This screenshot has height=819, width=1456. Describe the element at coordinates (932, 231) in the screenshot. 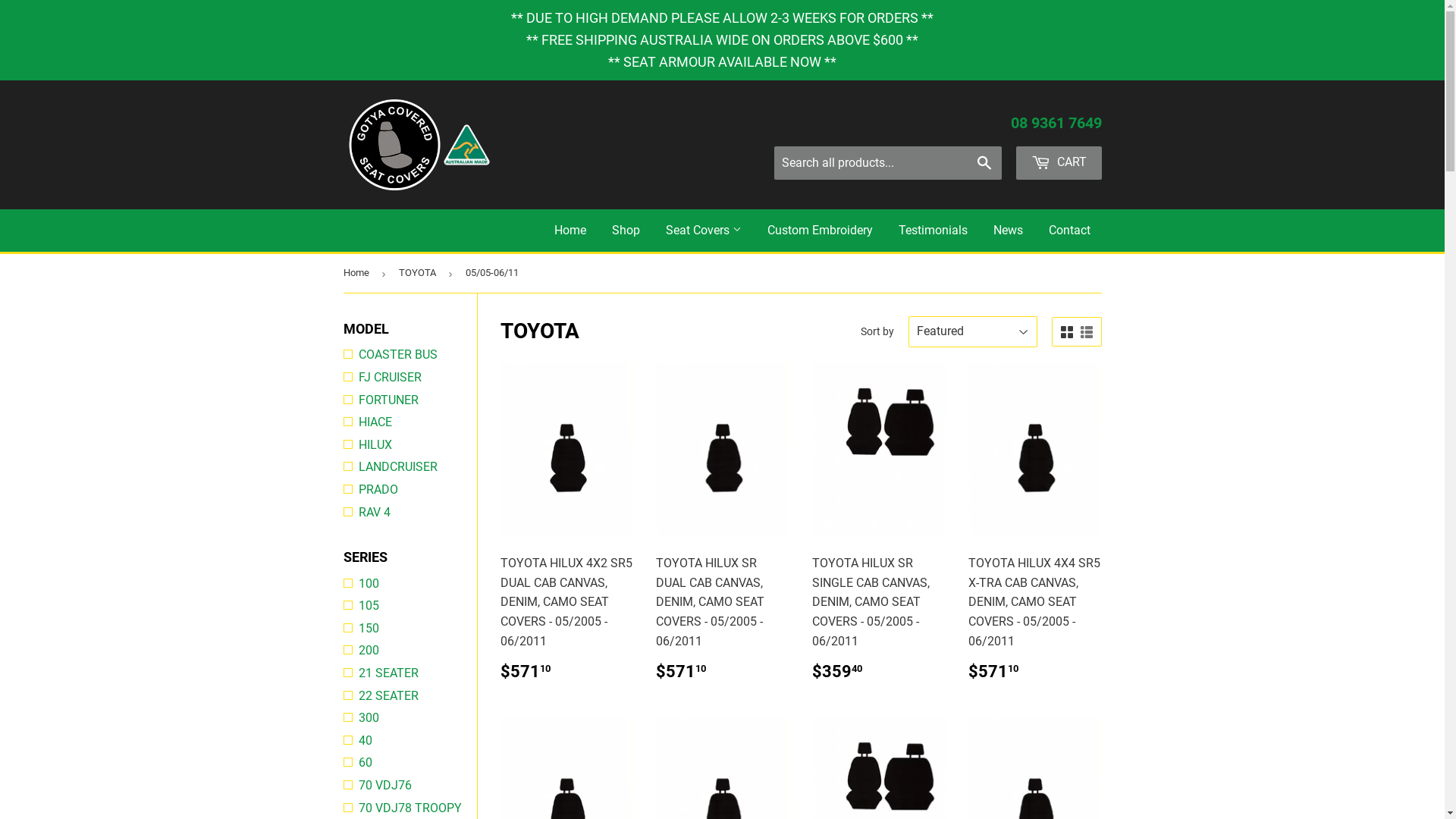

I see `'Testimonials'` at that location.